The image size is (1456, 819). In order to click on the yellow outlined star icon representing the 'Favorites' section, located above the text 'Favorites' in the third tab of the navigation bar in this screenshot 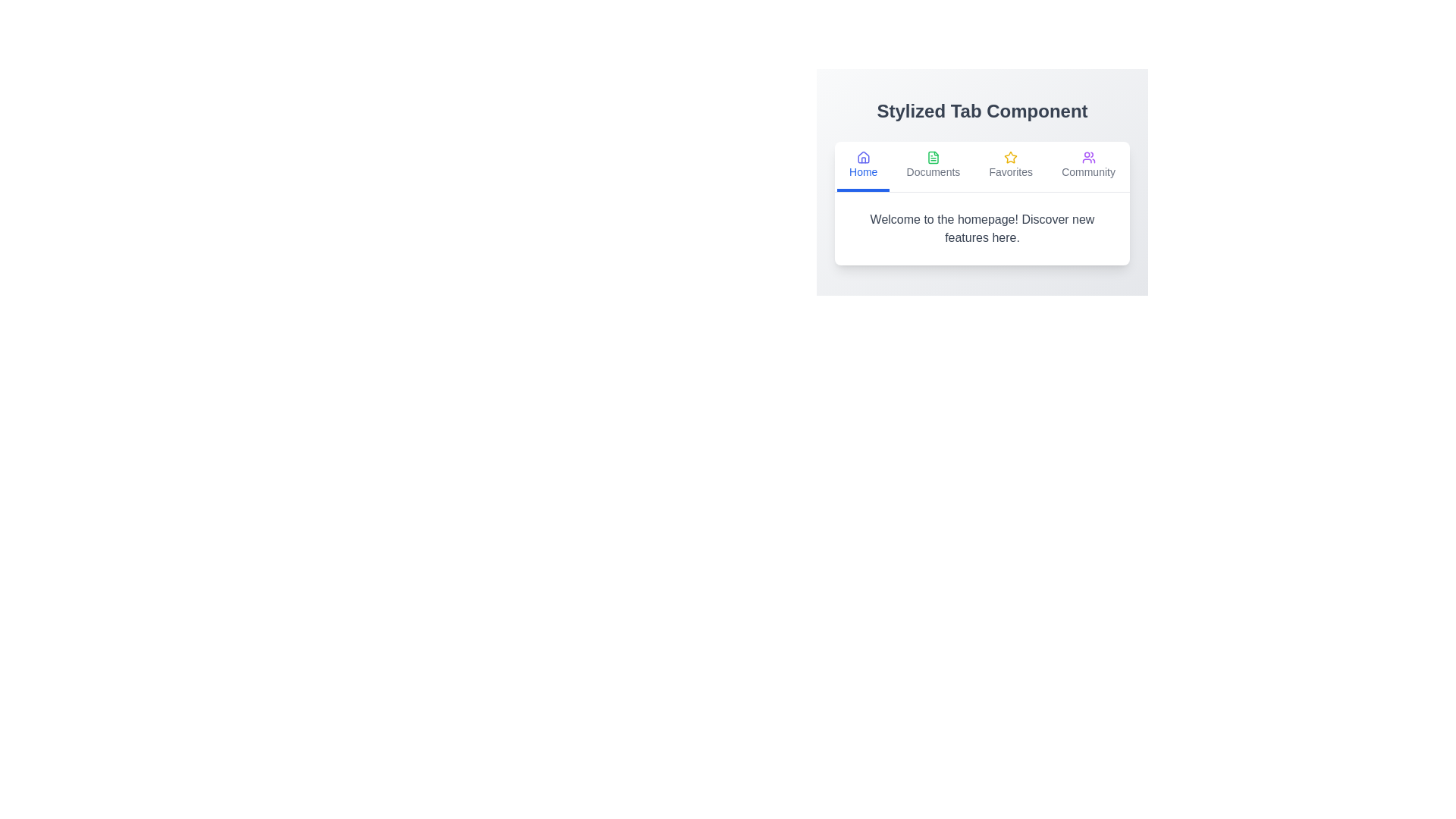, I will do `click(1011, 158)`.